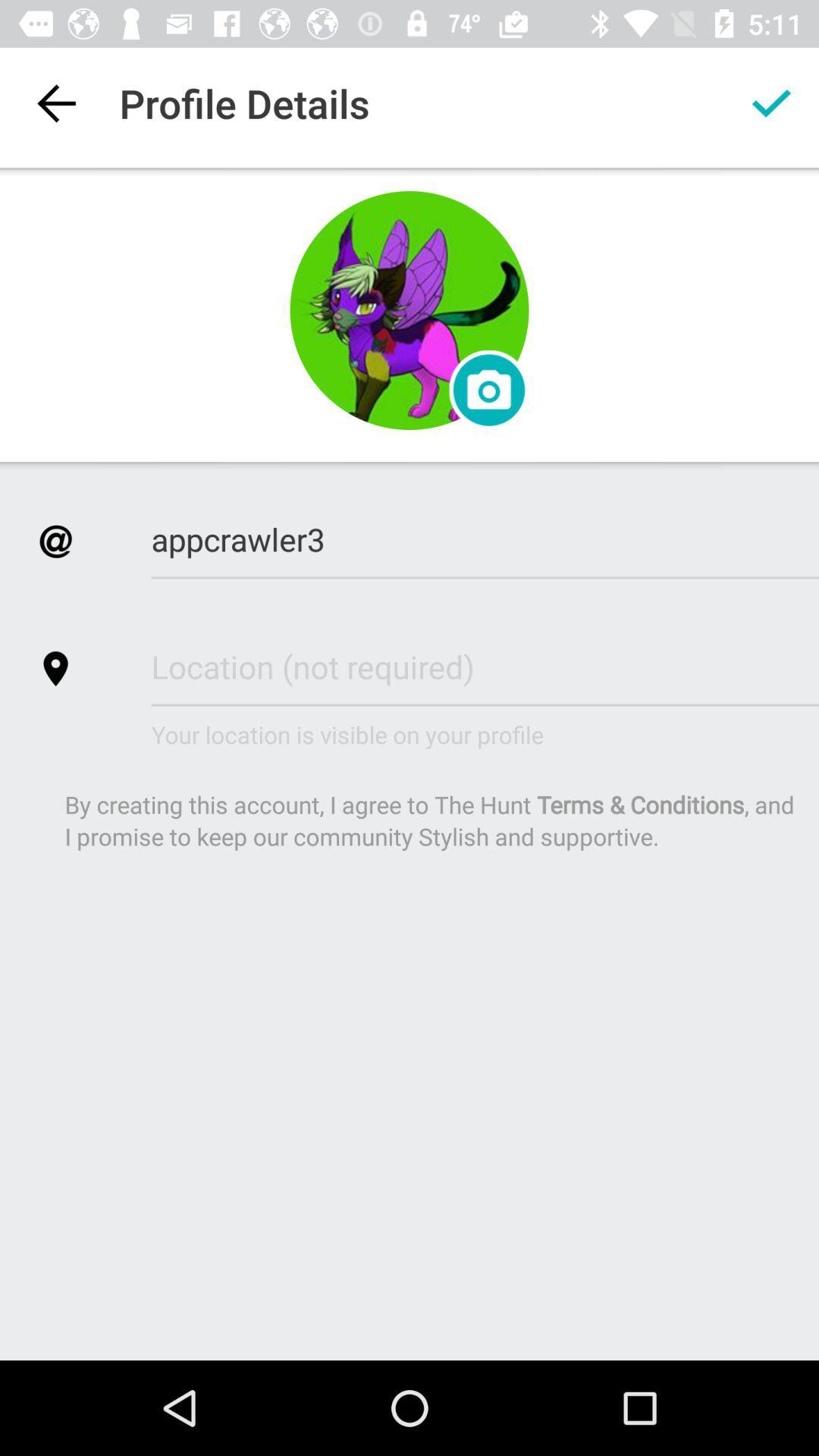  What do you see at coordinates (488, 390) in the screenshot?
I see `see photo 's option` at bounding box center [488, 390].